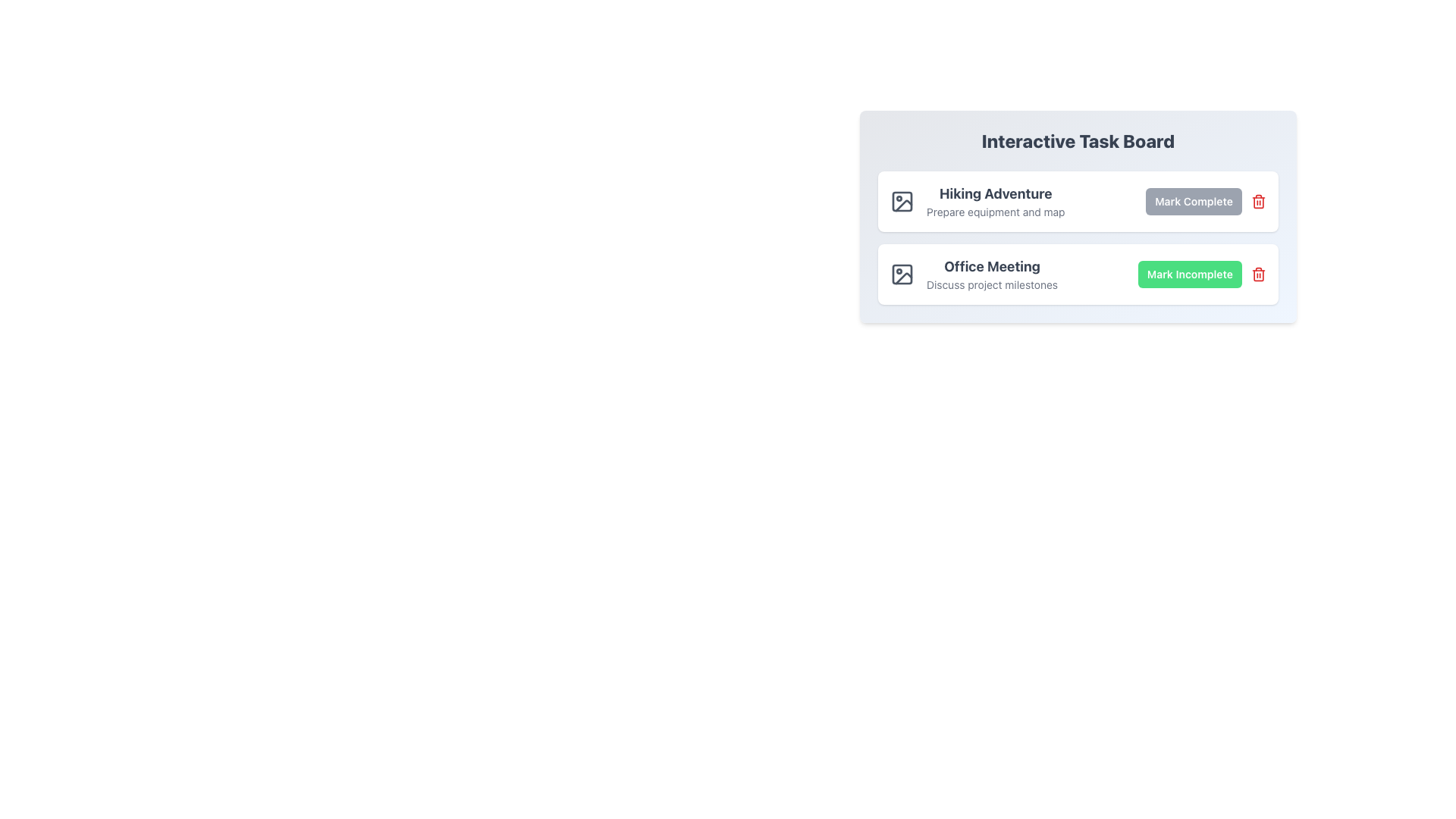 This screenshot has width=1456, height=819. What do you see at coordinates (902, 275) in the screenshot?
I see `the Image icon (SVG) located to the left of the 'Office Meeting' text` at bounding box center [902, 275].